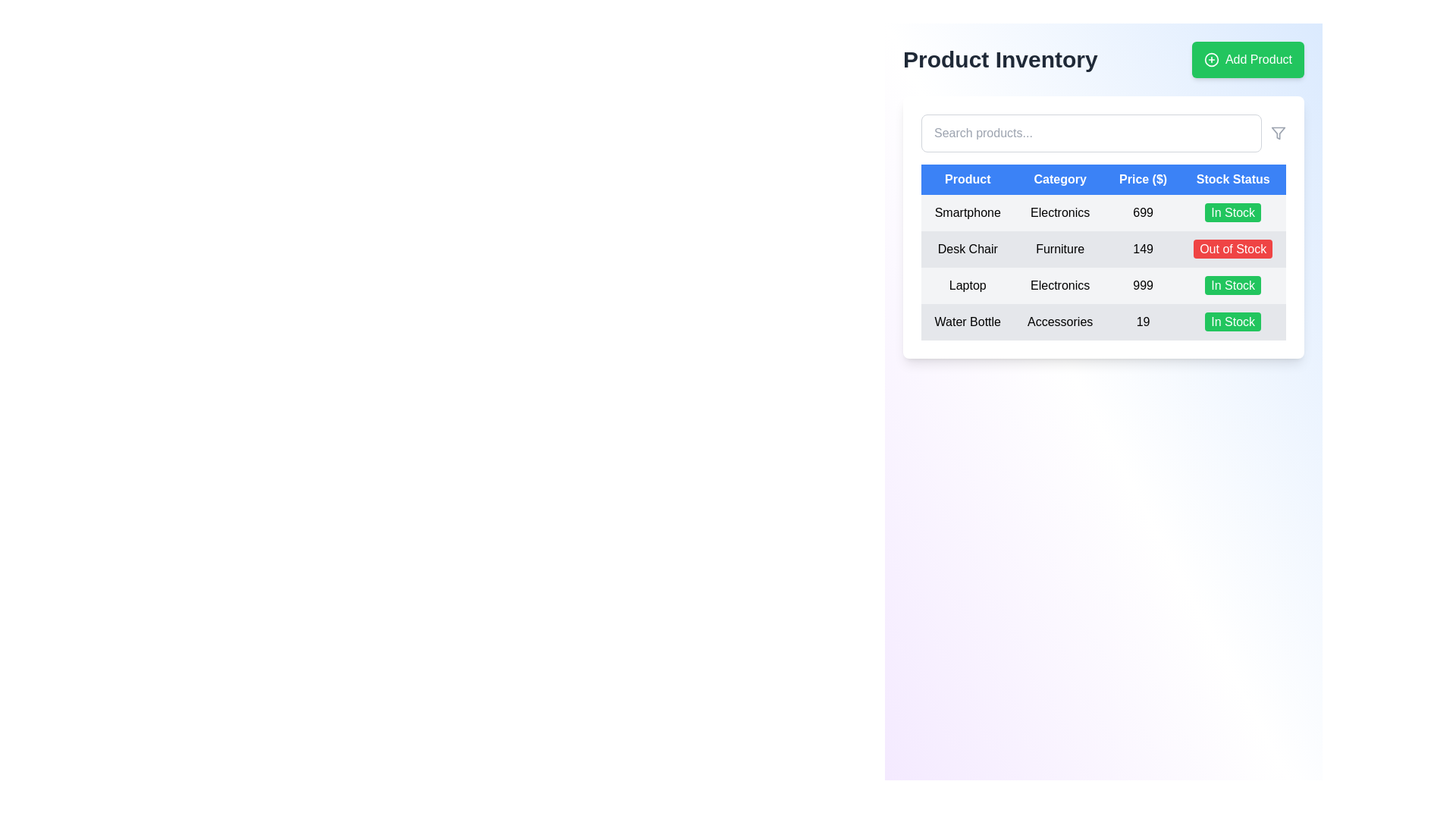 The width and height of the screenshot is (1456, 819). I want to click on value of the price label for 'Desk Chair' located in the second row of the product inventory table under the 'Price ($)' column, so click(1143, 248).